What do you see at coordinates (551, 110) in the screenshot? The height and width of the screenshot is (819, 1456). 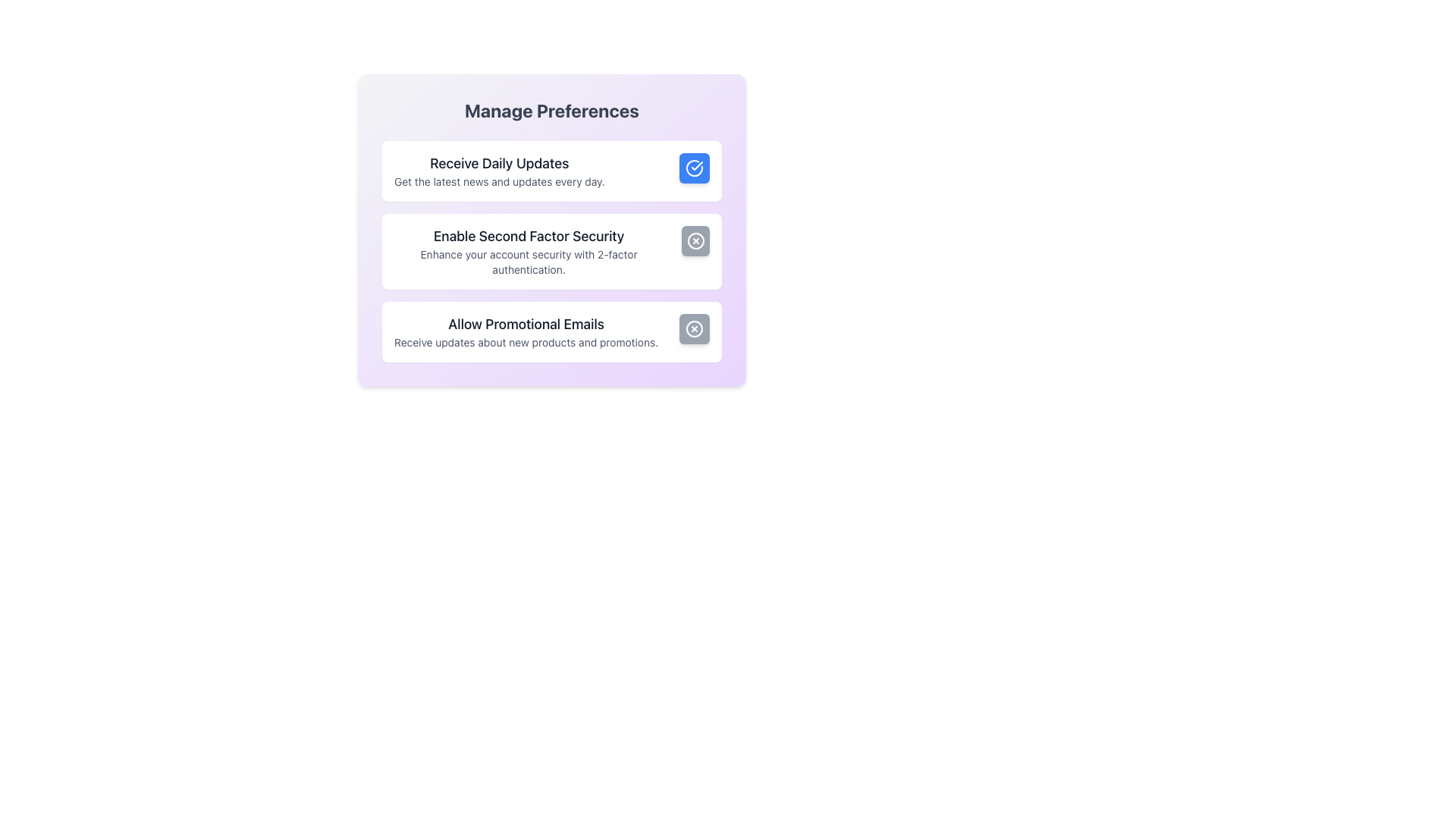 I see `the 'Manage Preferences' header label, which is a bold, dark gray text centered at the top of a light purple gradient box with rounded corners` at bounding box center [551, 110].